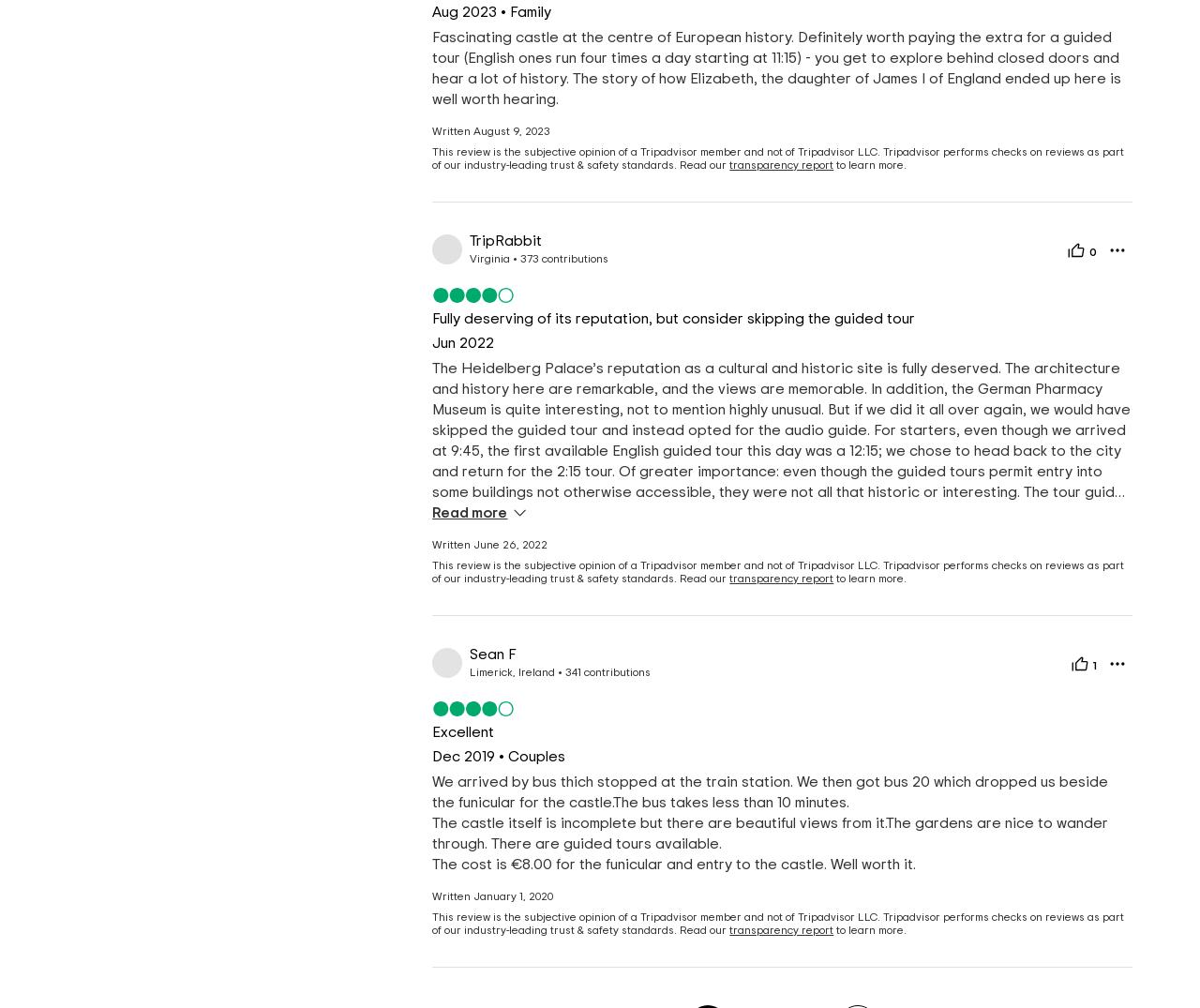 This screenshot has width=1200, height=1008. What do you see at coordinates (462, 343) in the screenshot?
I see `'Jun 2022'` at bounding box center [462, 343].